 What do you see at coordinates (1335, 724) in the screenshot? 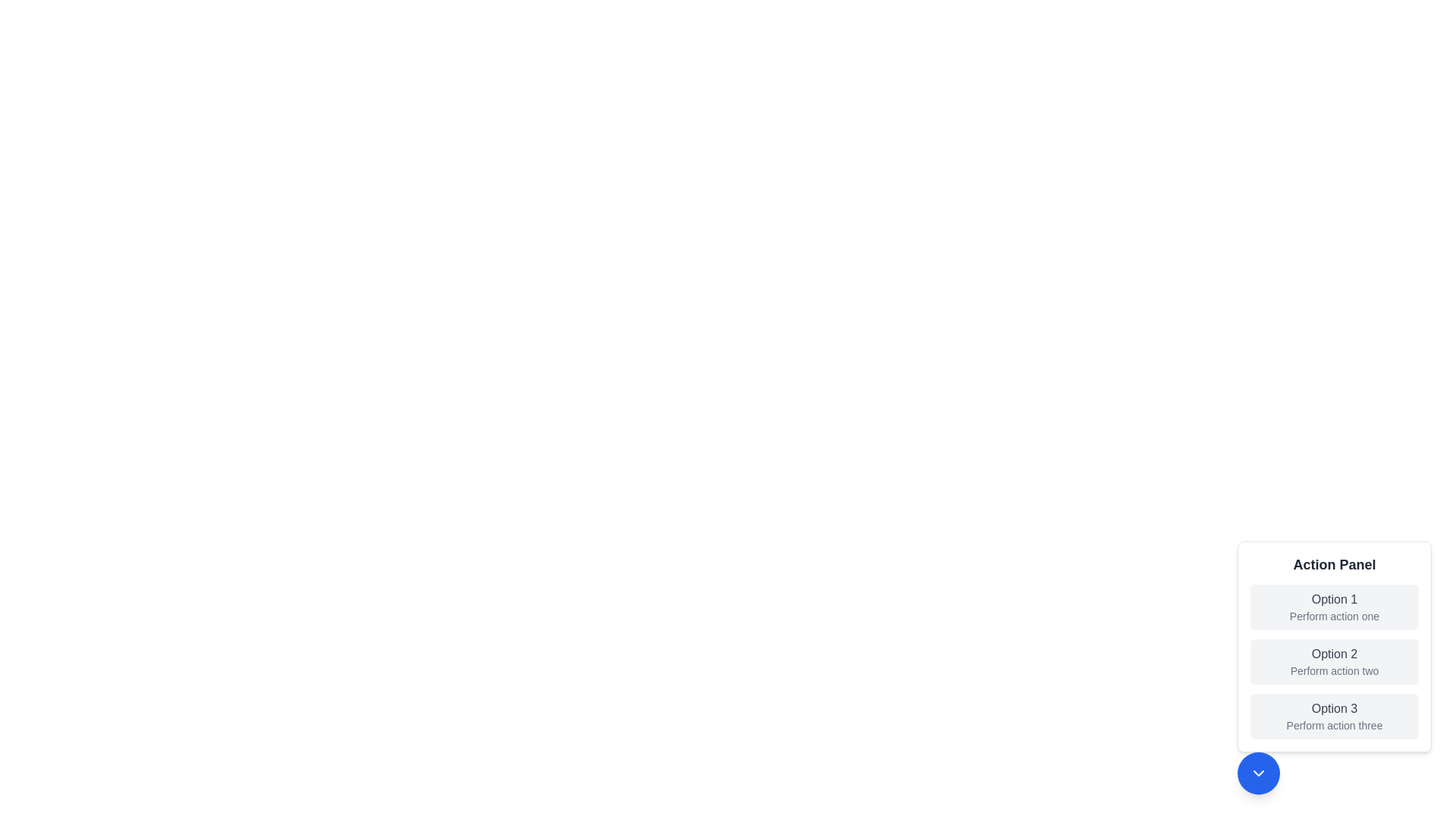
I see `the Text label that describes 'Option 3', located in the 'Action Panel' area as the second line of text` at bounding box center [1335, 724].